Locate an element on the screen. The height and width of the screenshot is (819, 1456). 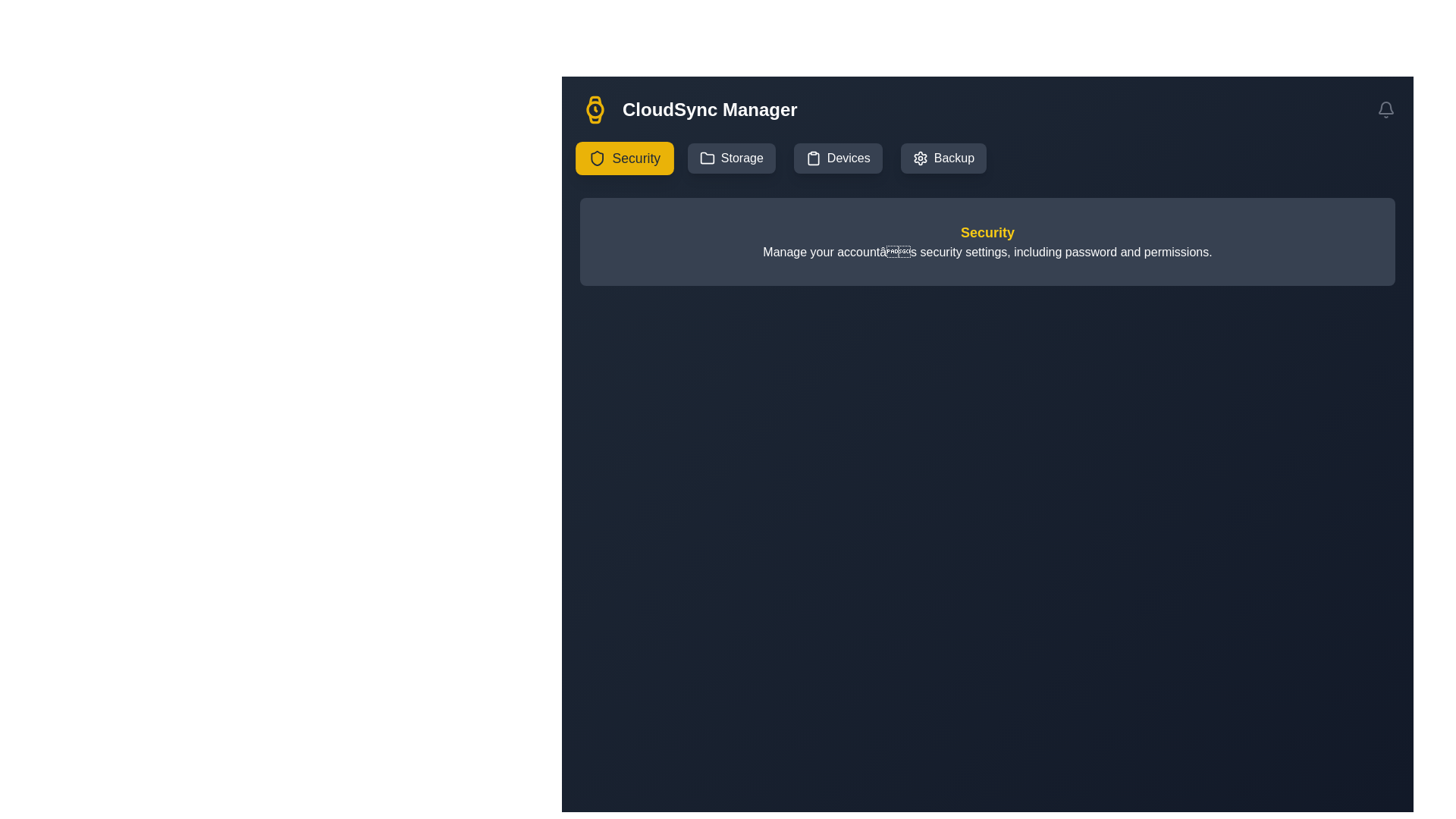
the 'Backup' button with a dark gray background and white text is located at coordinates (943, 158).